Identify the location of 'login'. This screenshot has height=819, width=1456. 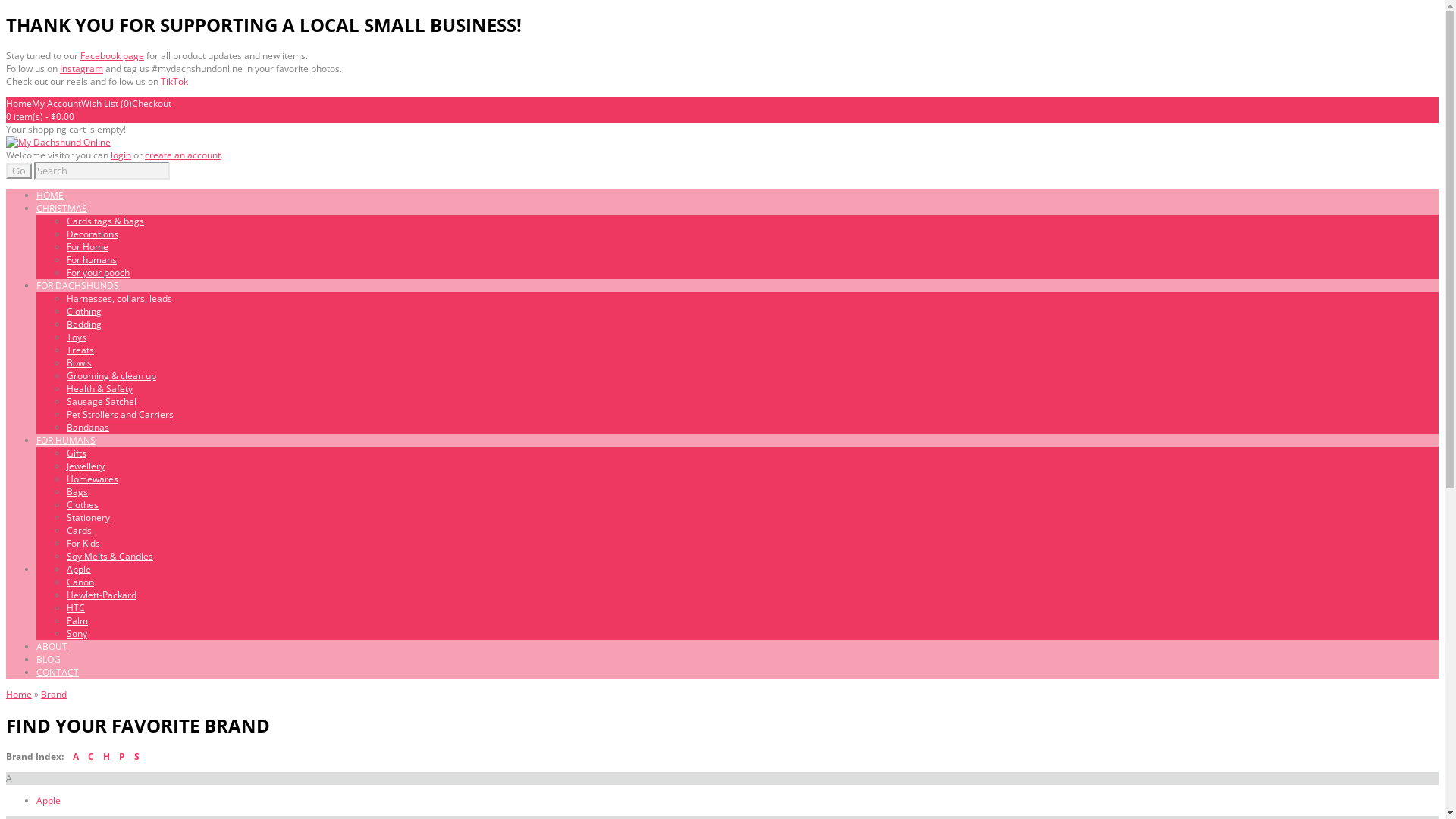
(109, 155).